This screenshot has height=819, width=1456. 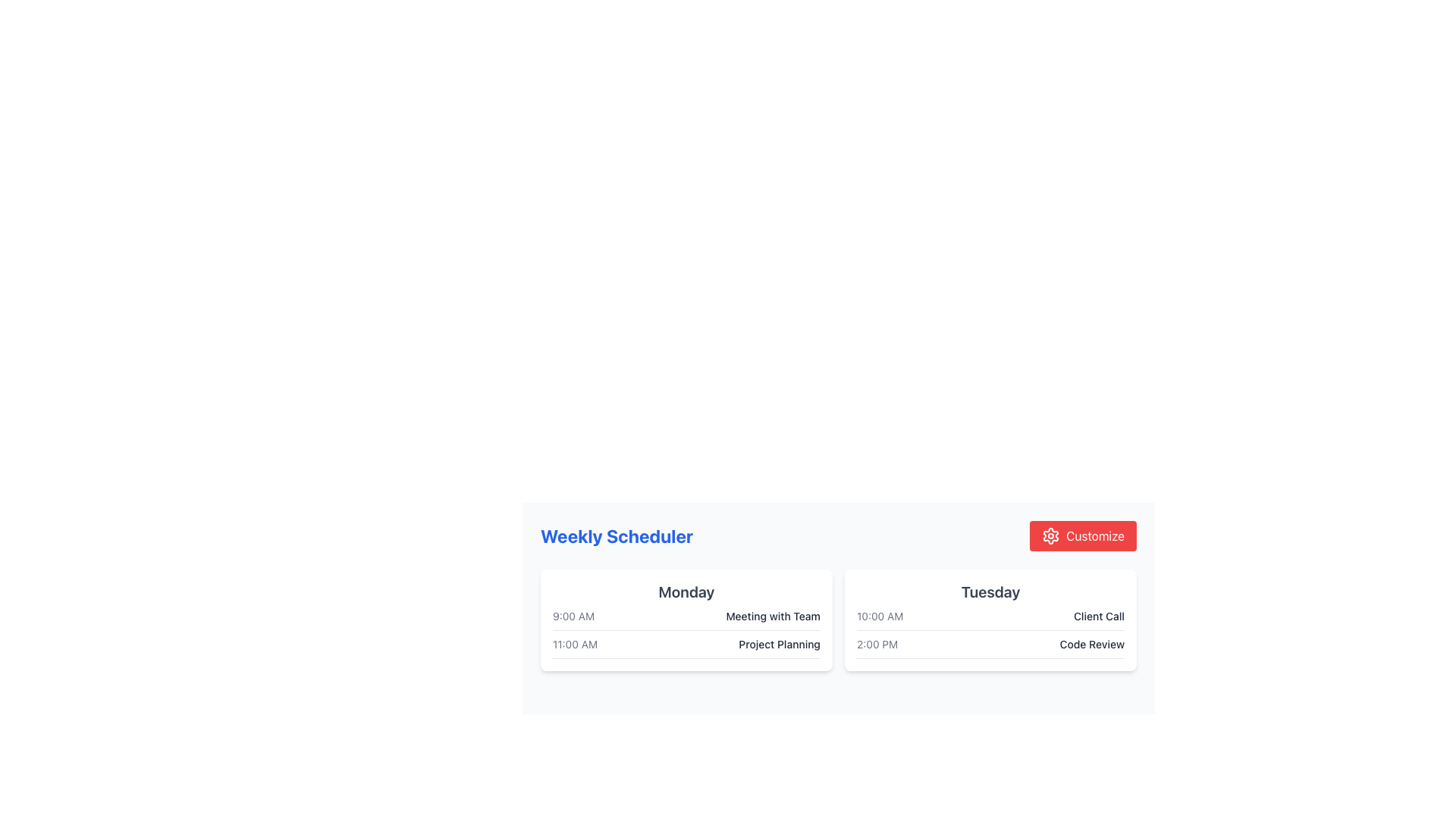 What do you see at coordinates (573, 617) in the screenshot?
I see `text displayed in the small gray text label showing '9:00 AM' located at the top-left corner of the 'Monday' card in the Weekly Scheduler section` at bounding box center [573, 617].